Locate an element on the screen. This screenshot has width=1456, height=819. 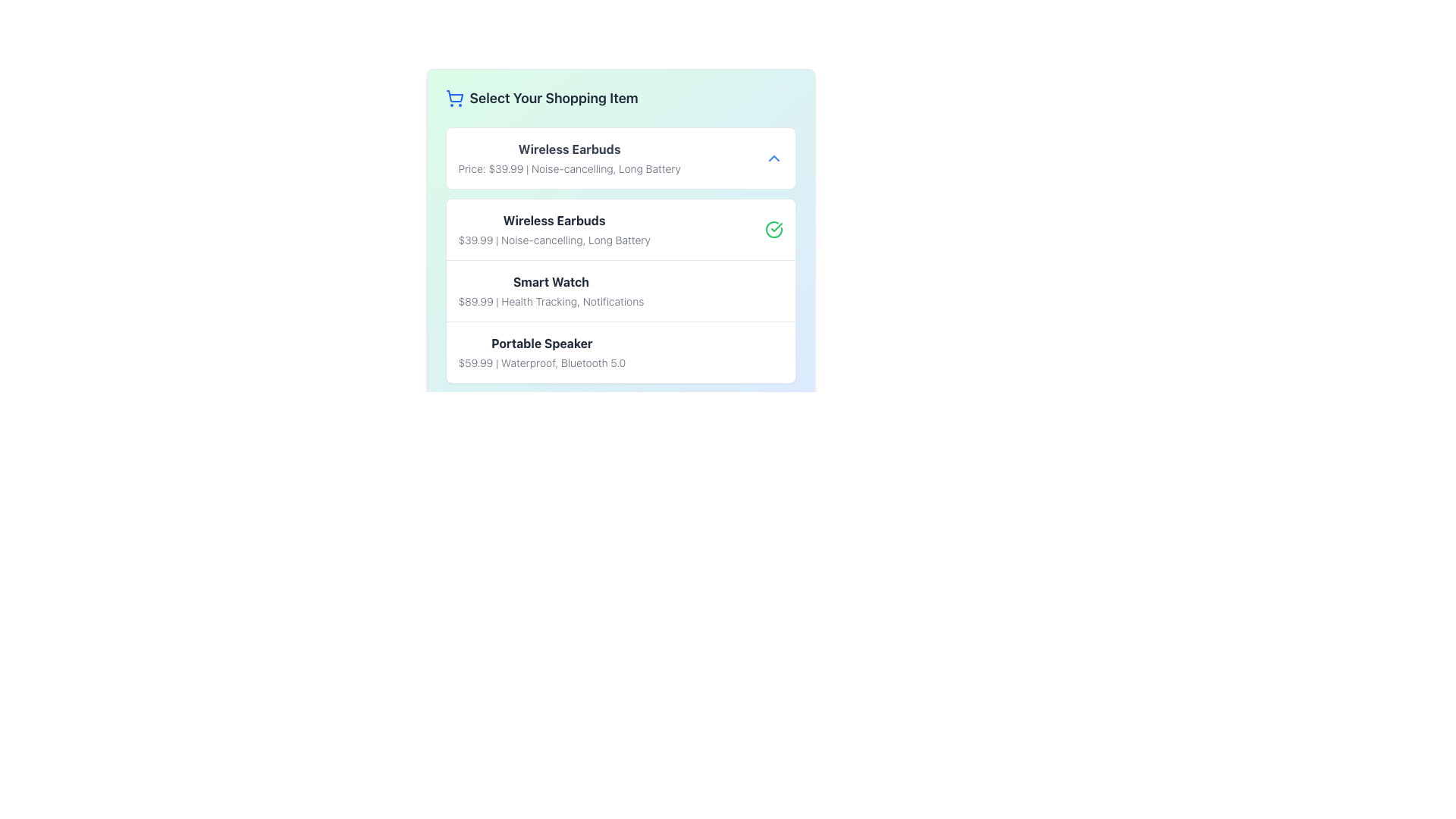
the product description text block located on the second row of the vertically-stacked product list is located at coordinates (554, 230).